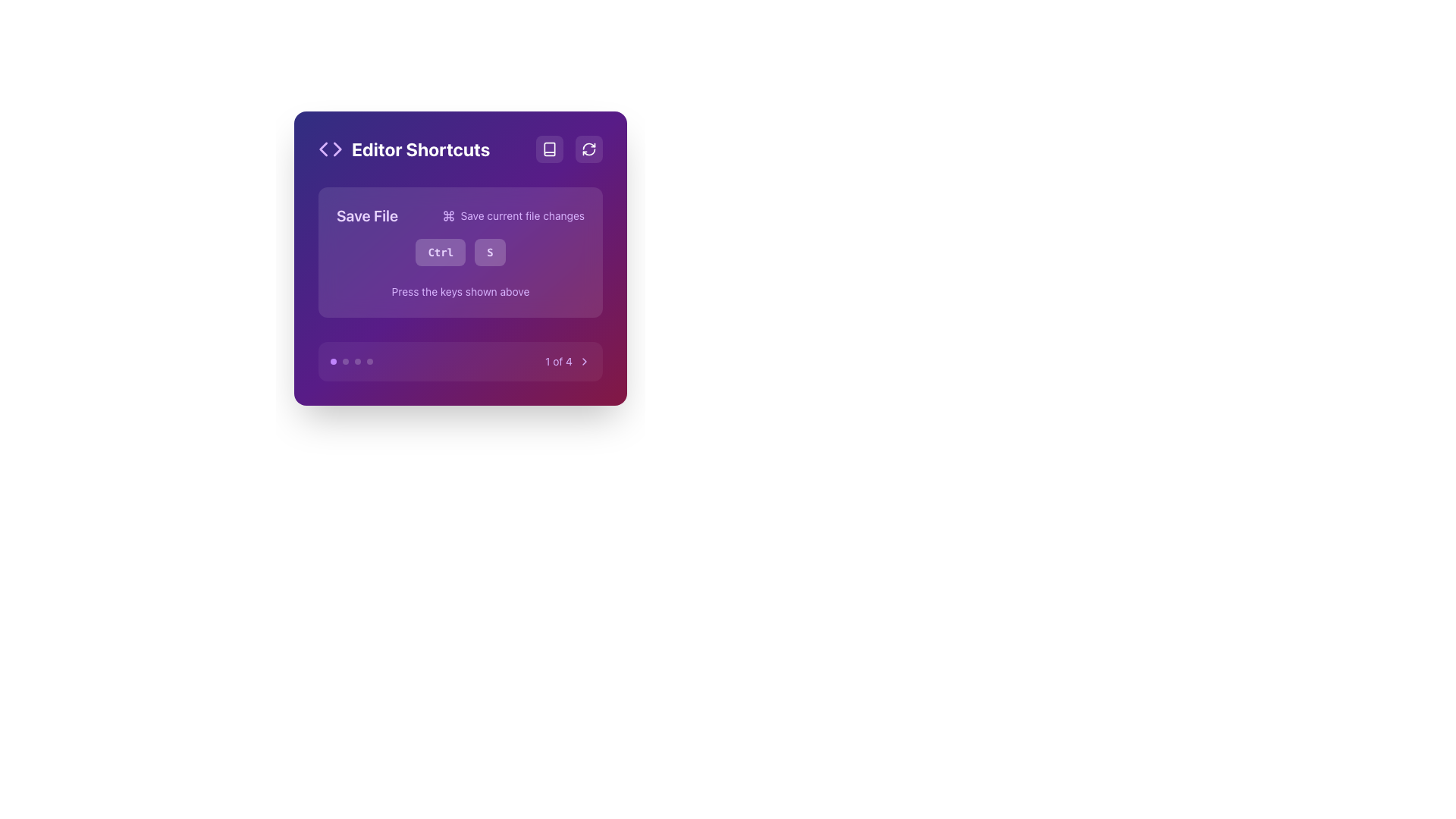  I want to click on the right-facing chevron icon used for navigation, located to the right of the text '1 of 4' in the bottom-right corner of the interface, so click(584, 362).